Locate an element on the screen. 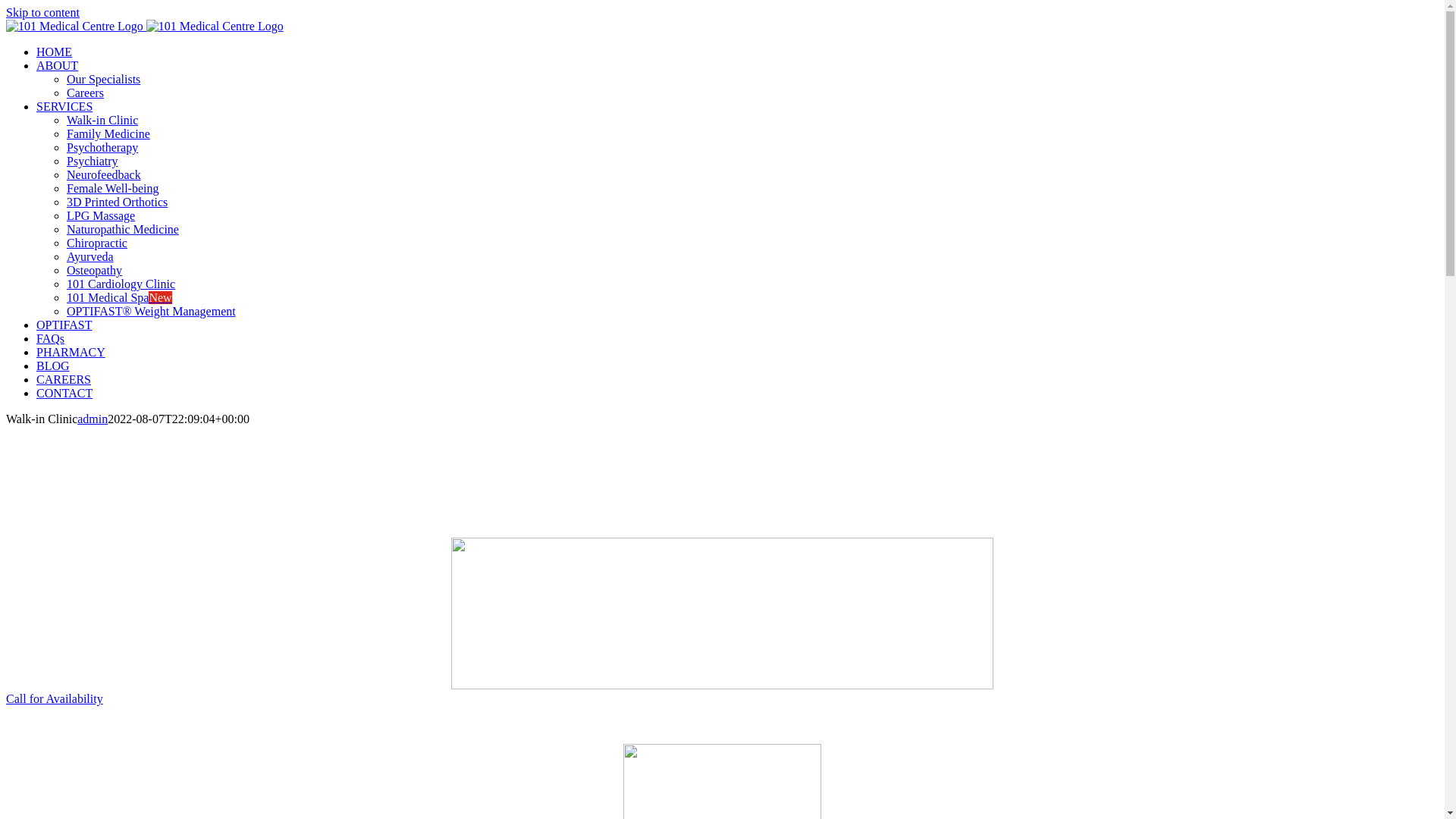  '101 Cardiology Clinic' is located at coordinates (120, 284).